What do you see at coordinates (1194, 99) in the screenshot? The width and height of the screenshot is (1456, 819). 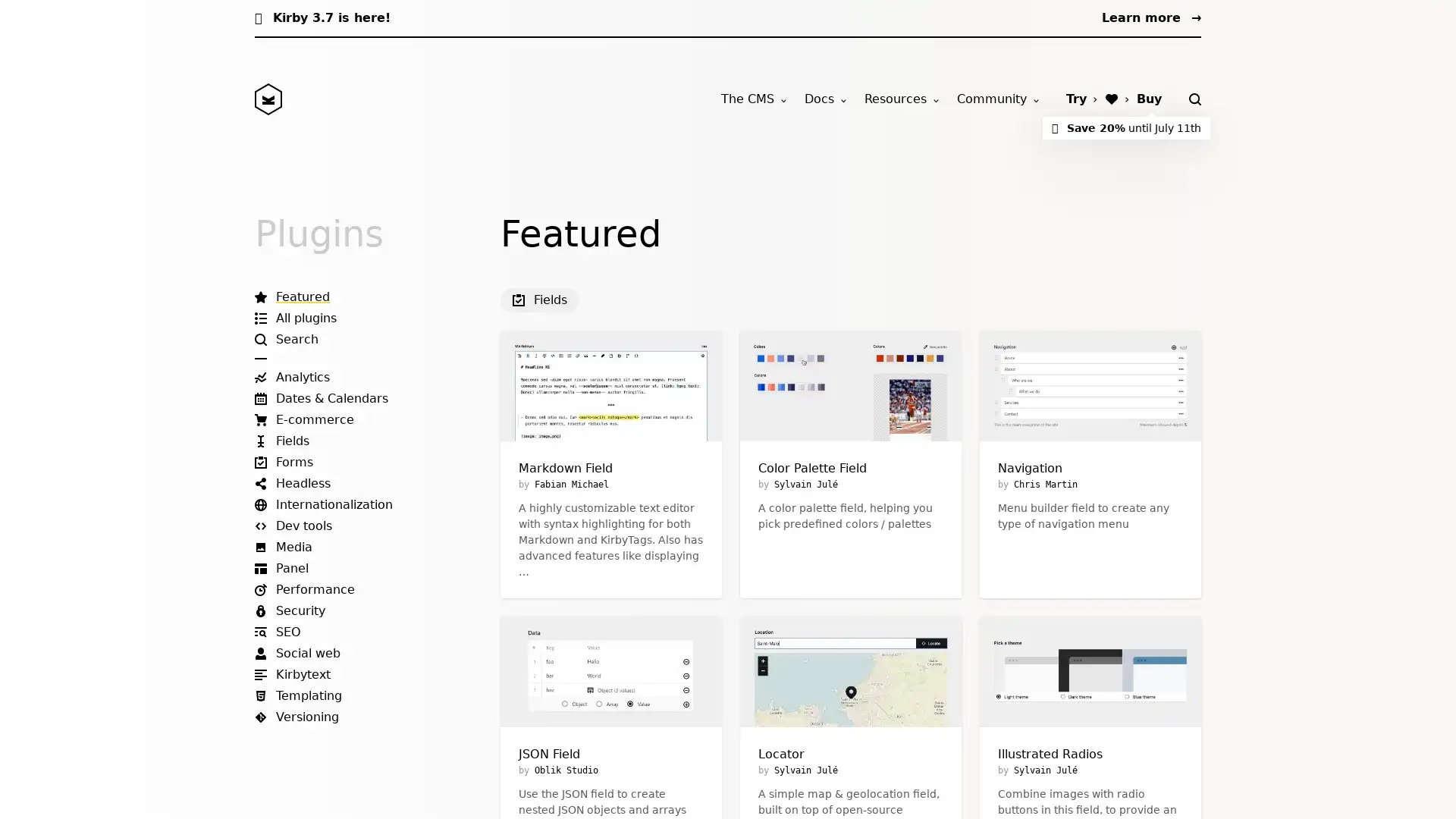 I see `Search` at bounding box center [1194, 99].